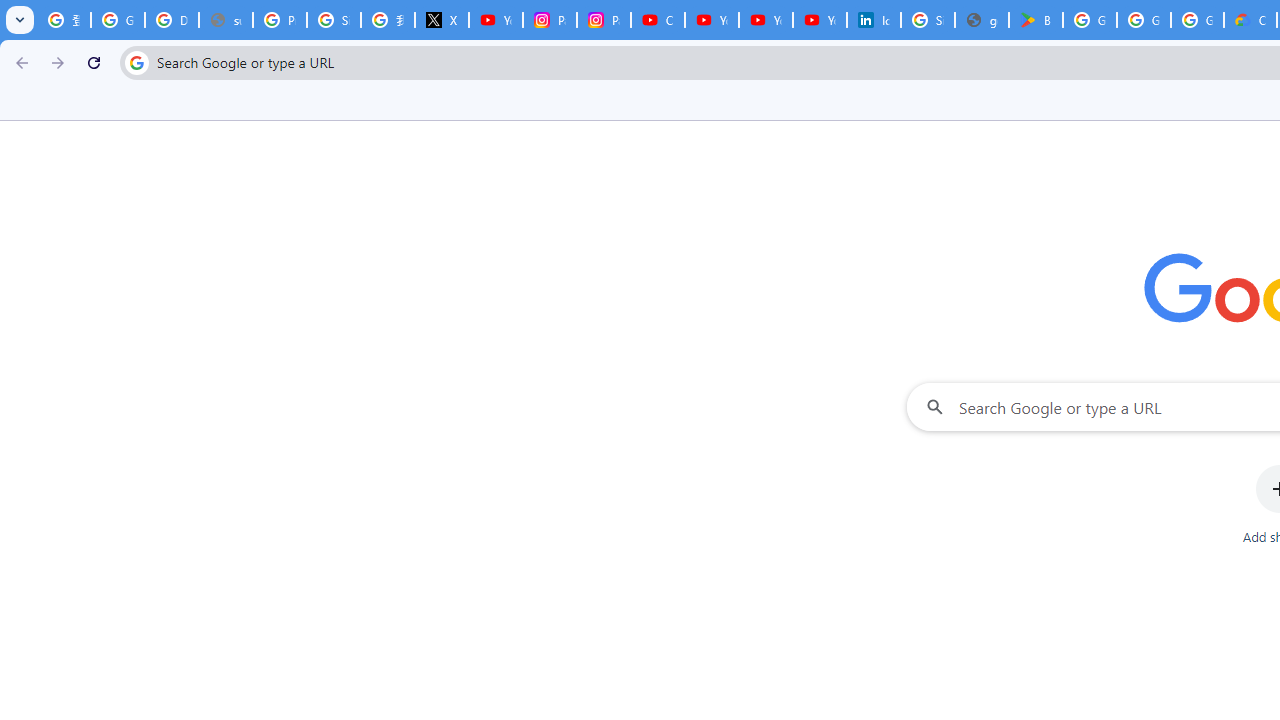 The height and width of the screenshot is (720, 1280). Describe the element at coordinates (279, 20) in the screenshot. I see `'Privacy Help Center - Policies Help'` at that location.